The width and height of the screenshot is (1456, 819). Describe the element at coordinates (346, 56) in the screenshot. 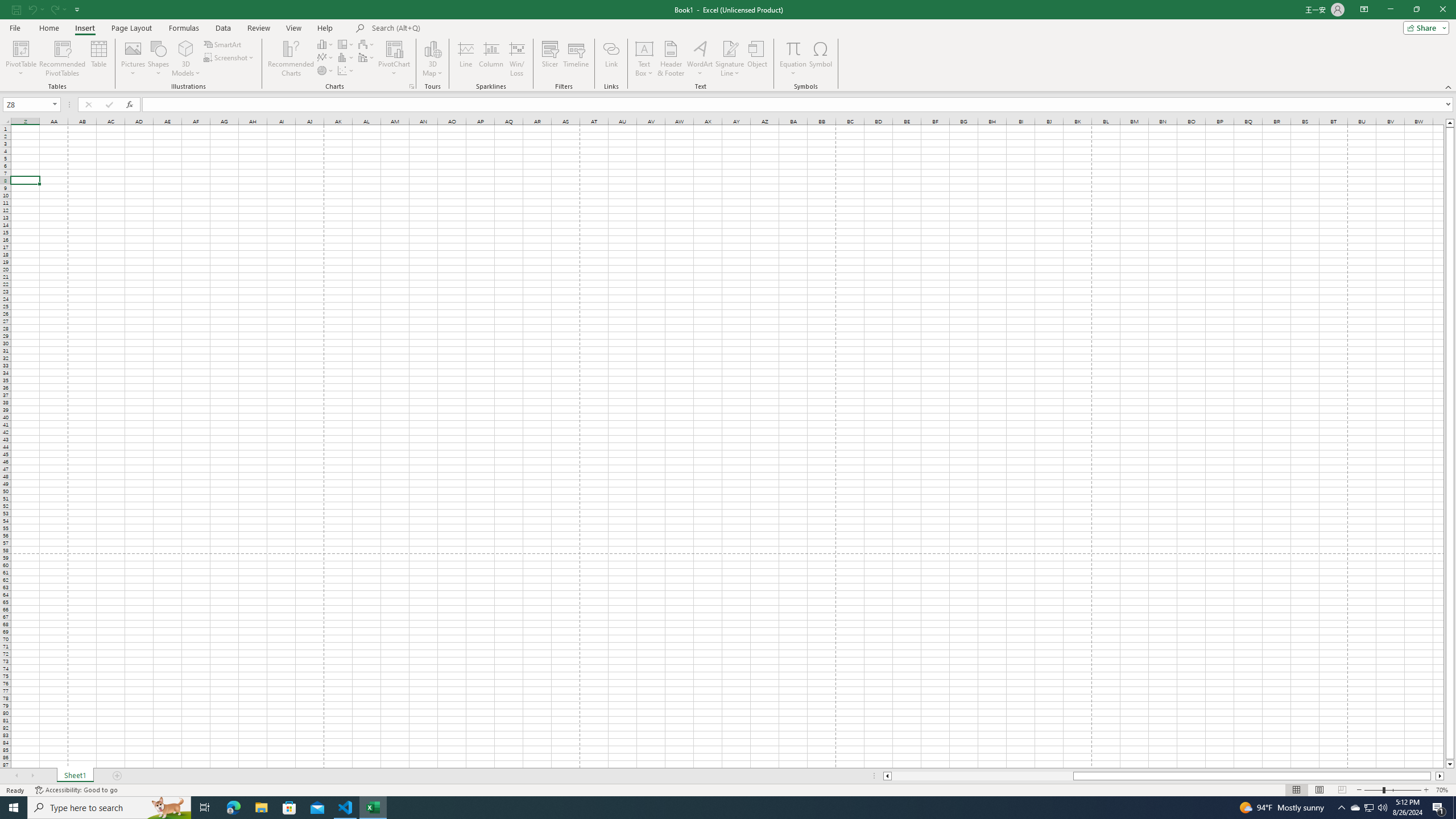

I see `'Insert Statistic Chart'` at that location.